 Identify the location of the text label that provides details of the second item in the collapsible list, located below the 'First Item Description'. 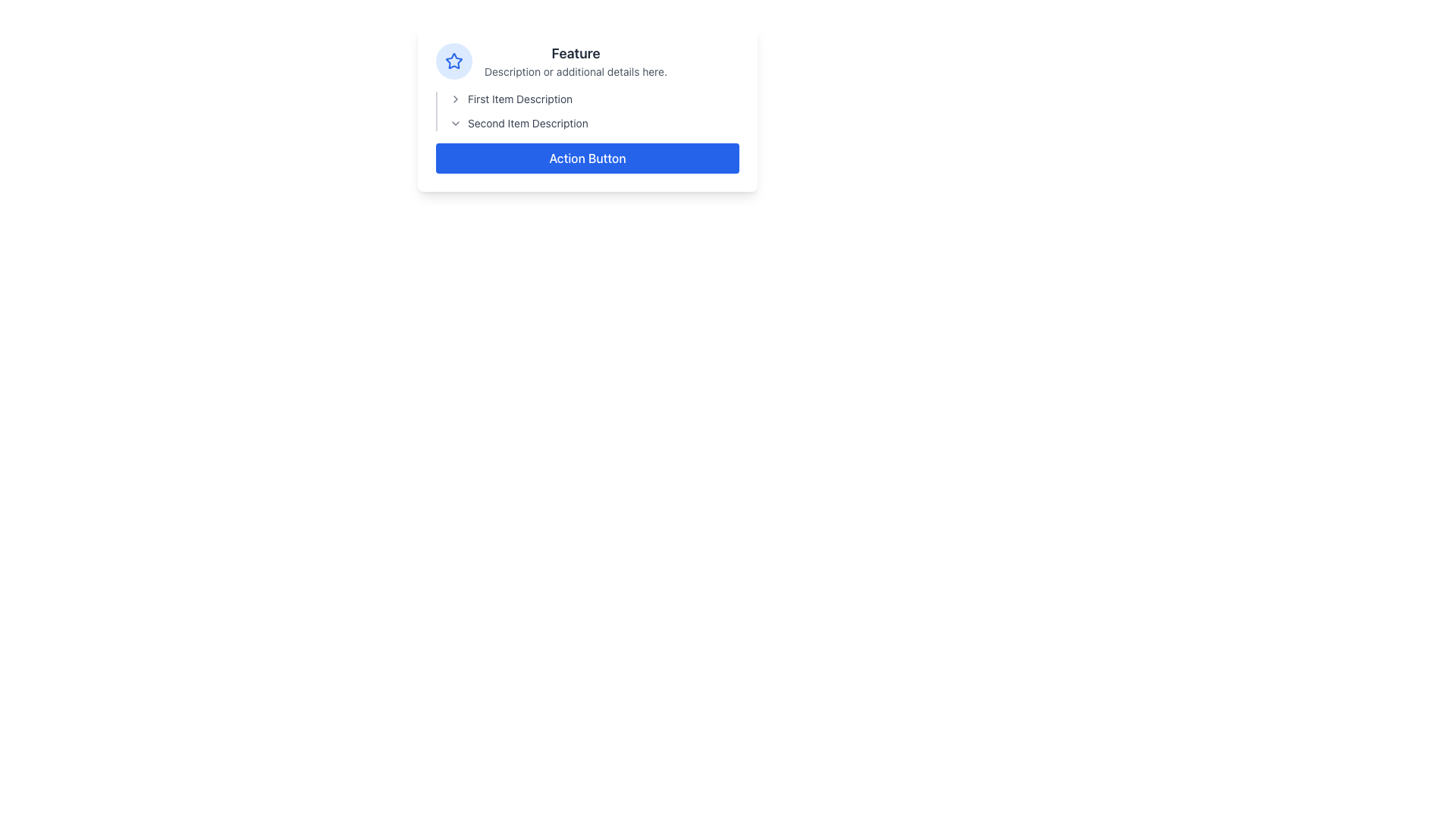
(528, 122).